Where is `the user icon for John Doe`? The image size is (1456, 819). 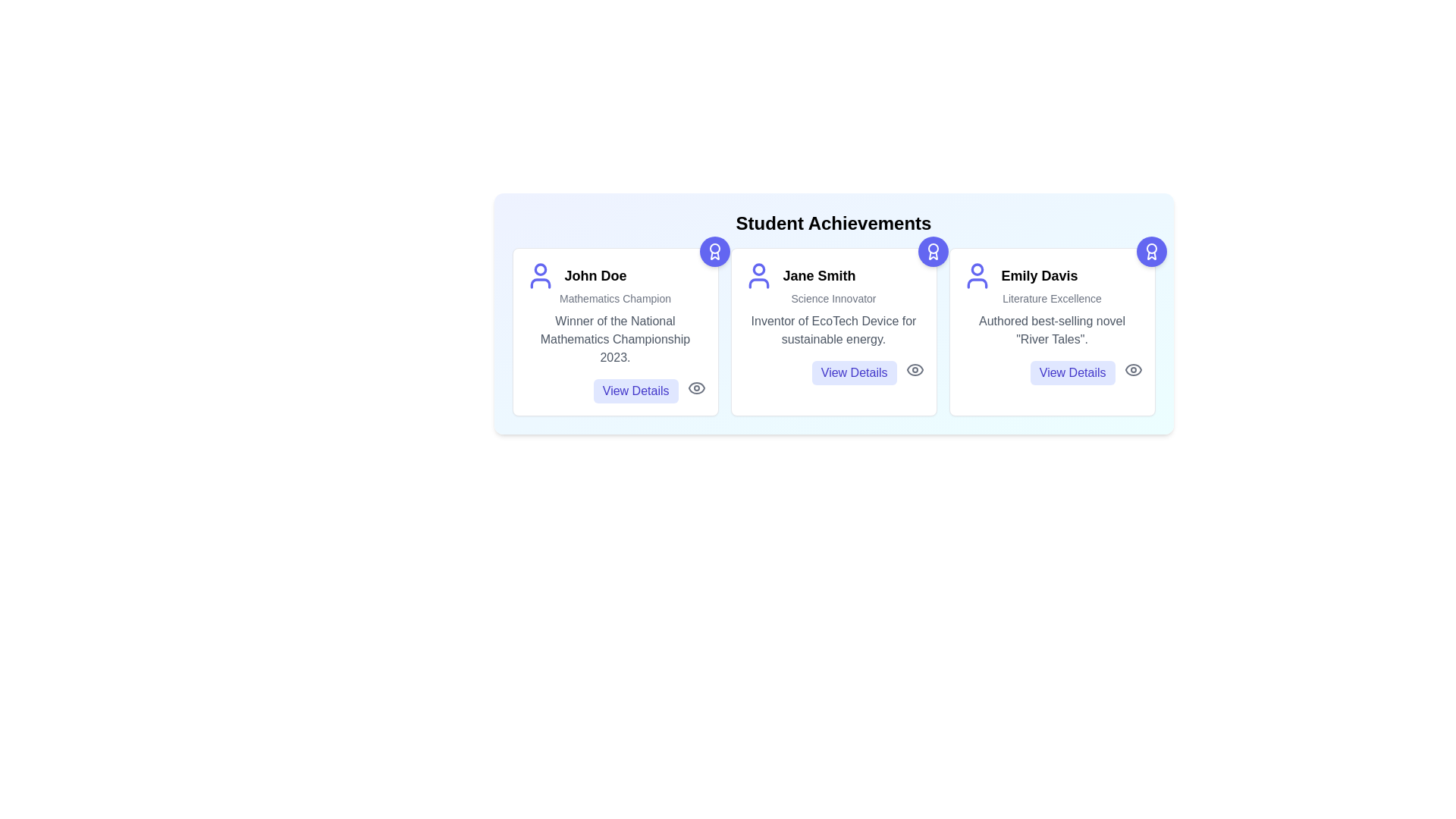 the user icon for John Doe is located at coordinates (540, 275).